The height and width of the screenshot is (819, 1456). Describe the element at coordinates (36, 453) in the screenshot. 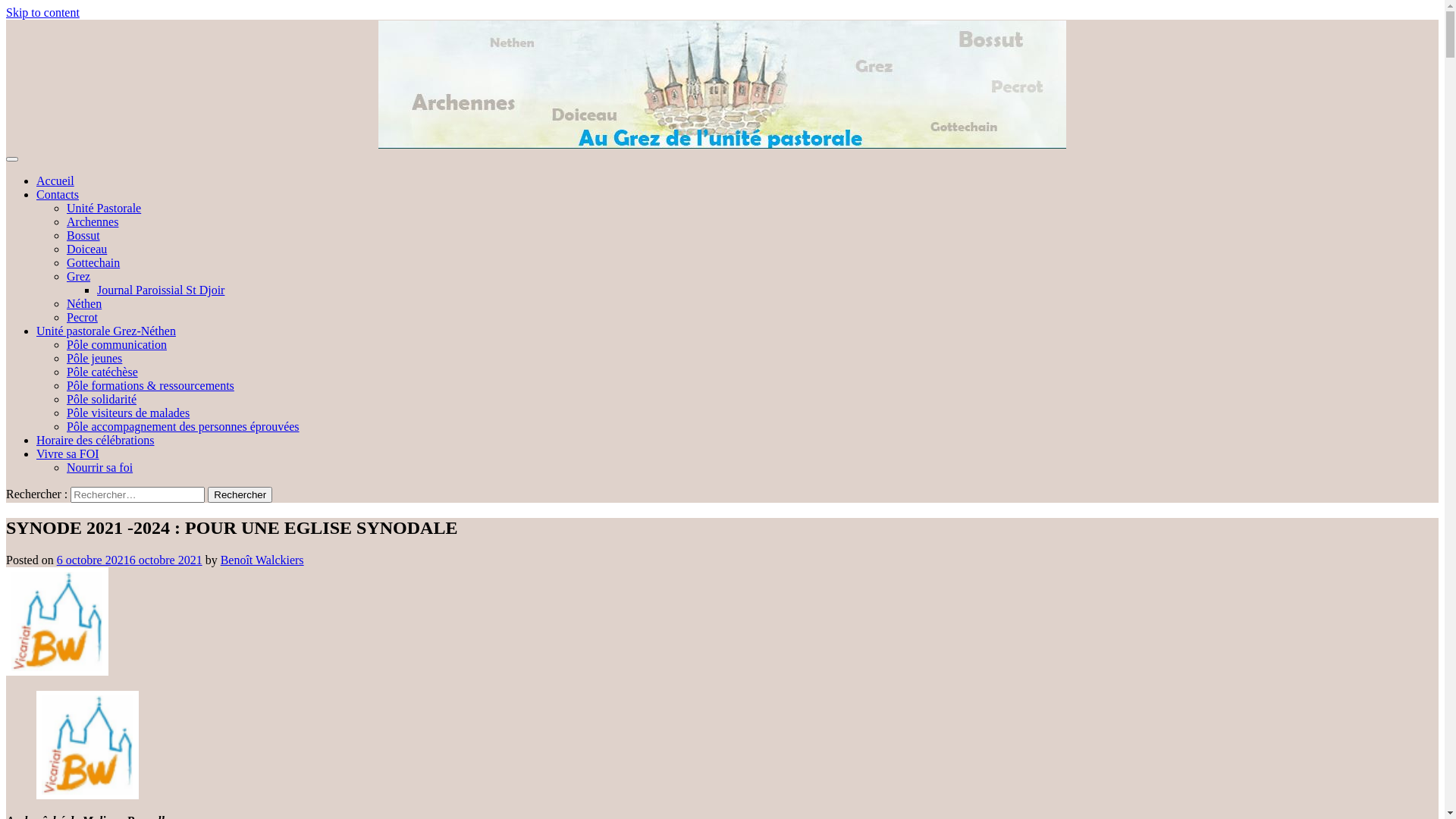

I see `'Vivre sa FOI'` at that location.